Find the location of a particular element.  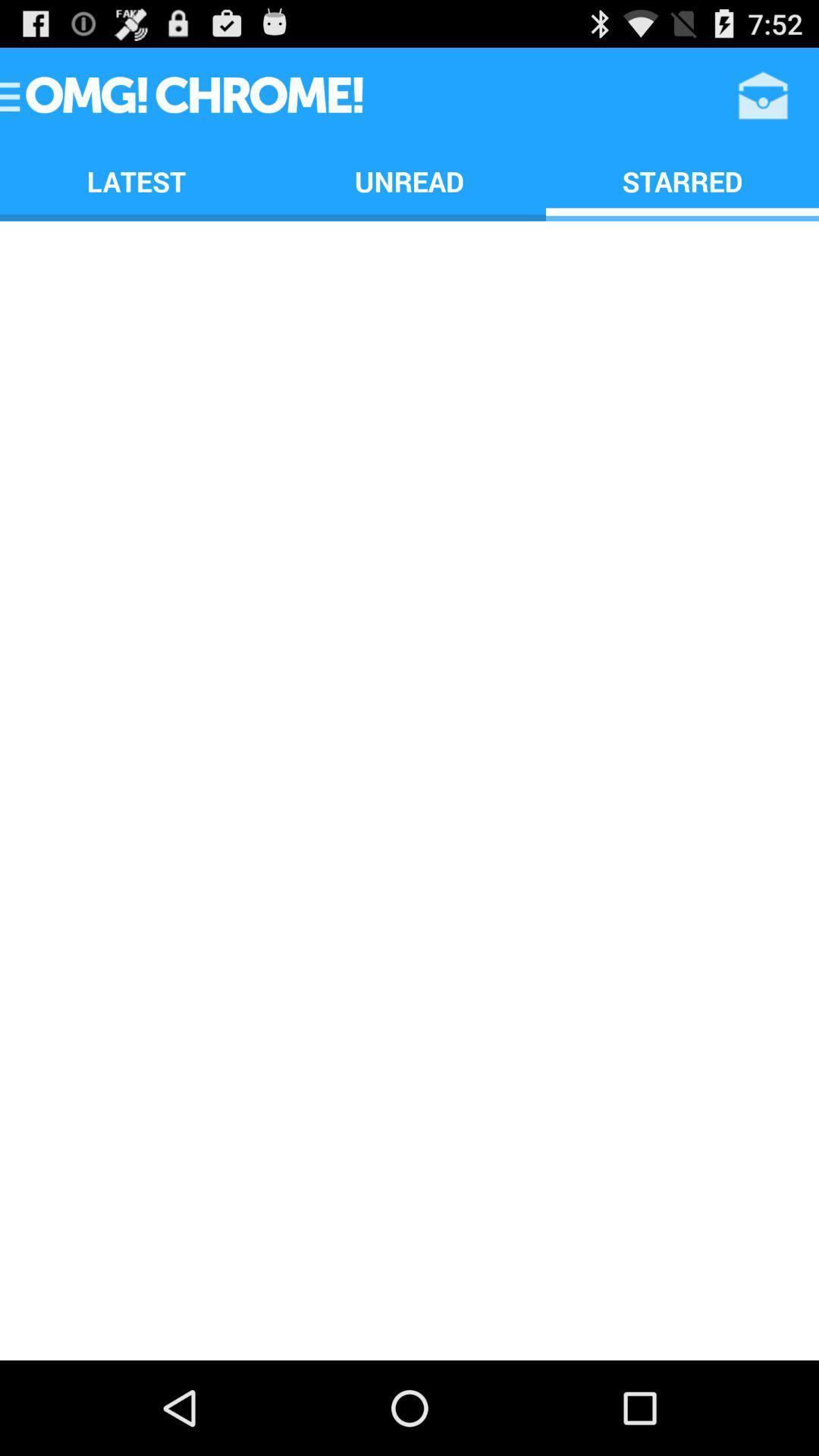

item next to unread app is located at coordinates (681, 181).